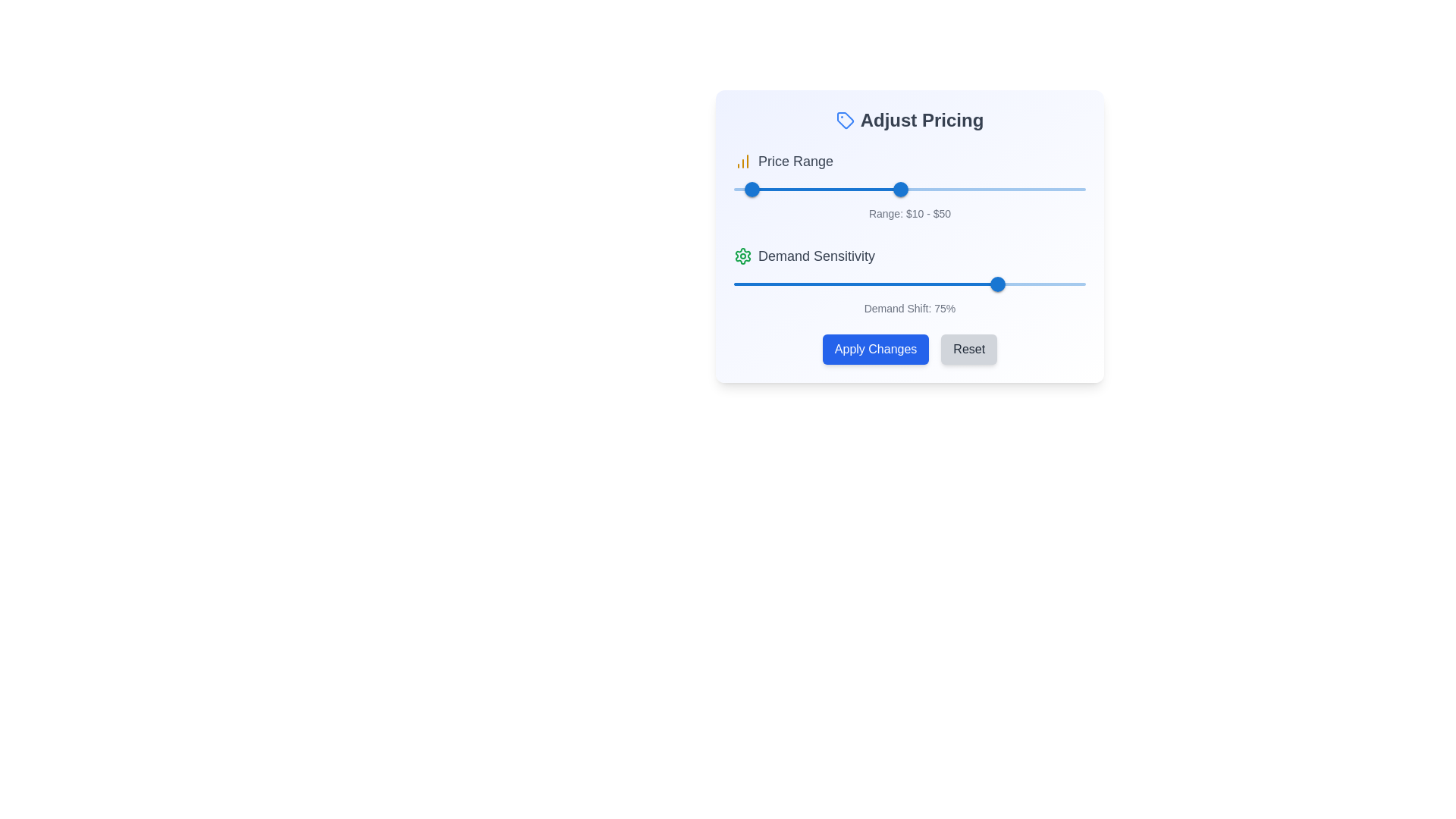 This screenshot has height=819, width=1456. I want to click on the blue-colored tag-shaped icon located to the left of the 'Adjust Pricing' text in the interface, so click(844, 119).